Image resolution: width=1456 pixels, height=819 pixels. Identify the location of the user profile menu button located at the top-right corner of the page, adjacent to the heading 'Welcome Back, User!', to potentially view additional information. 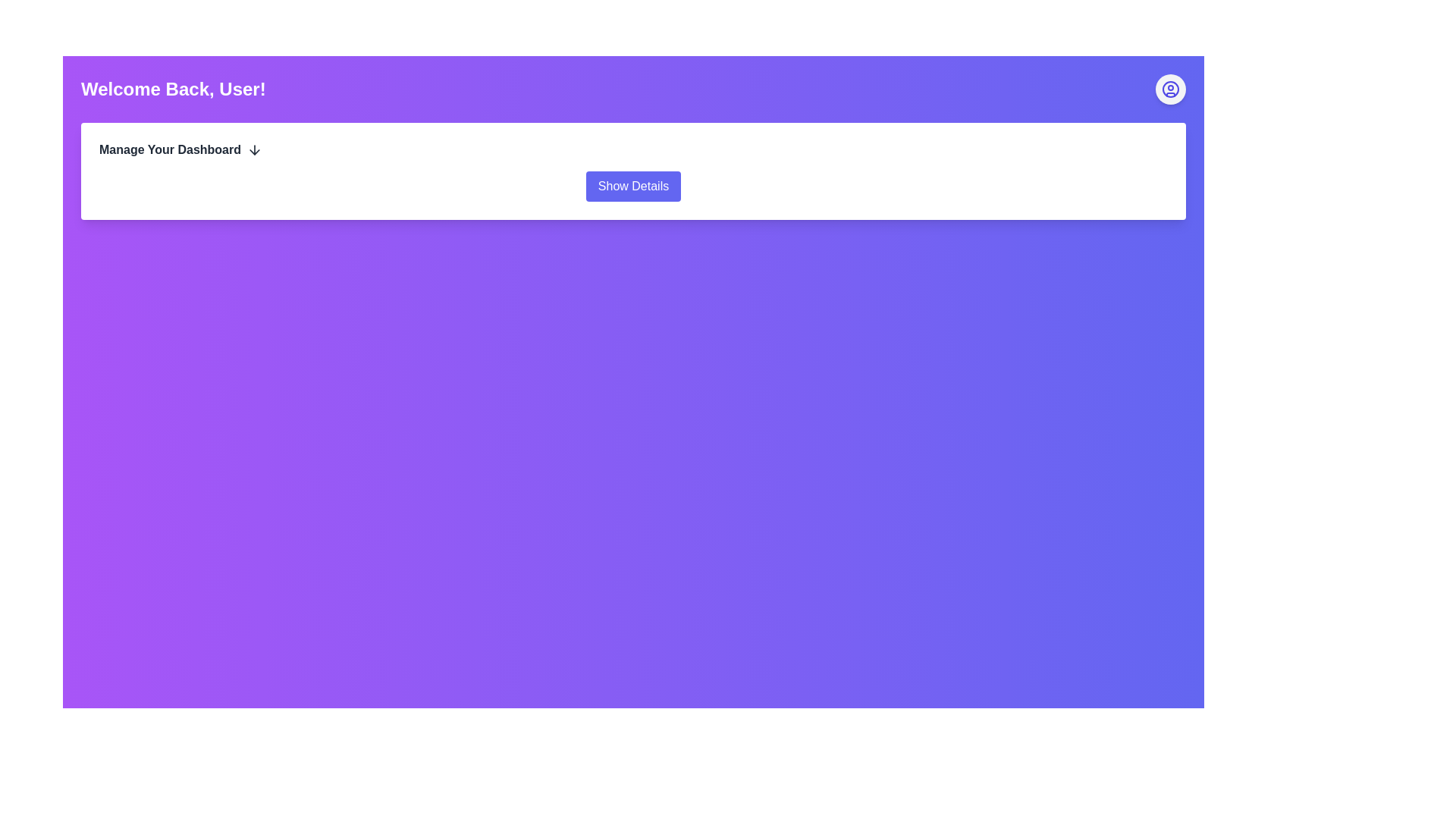
(1170, 89).